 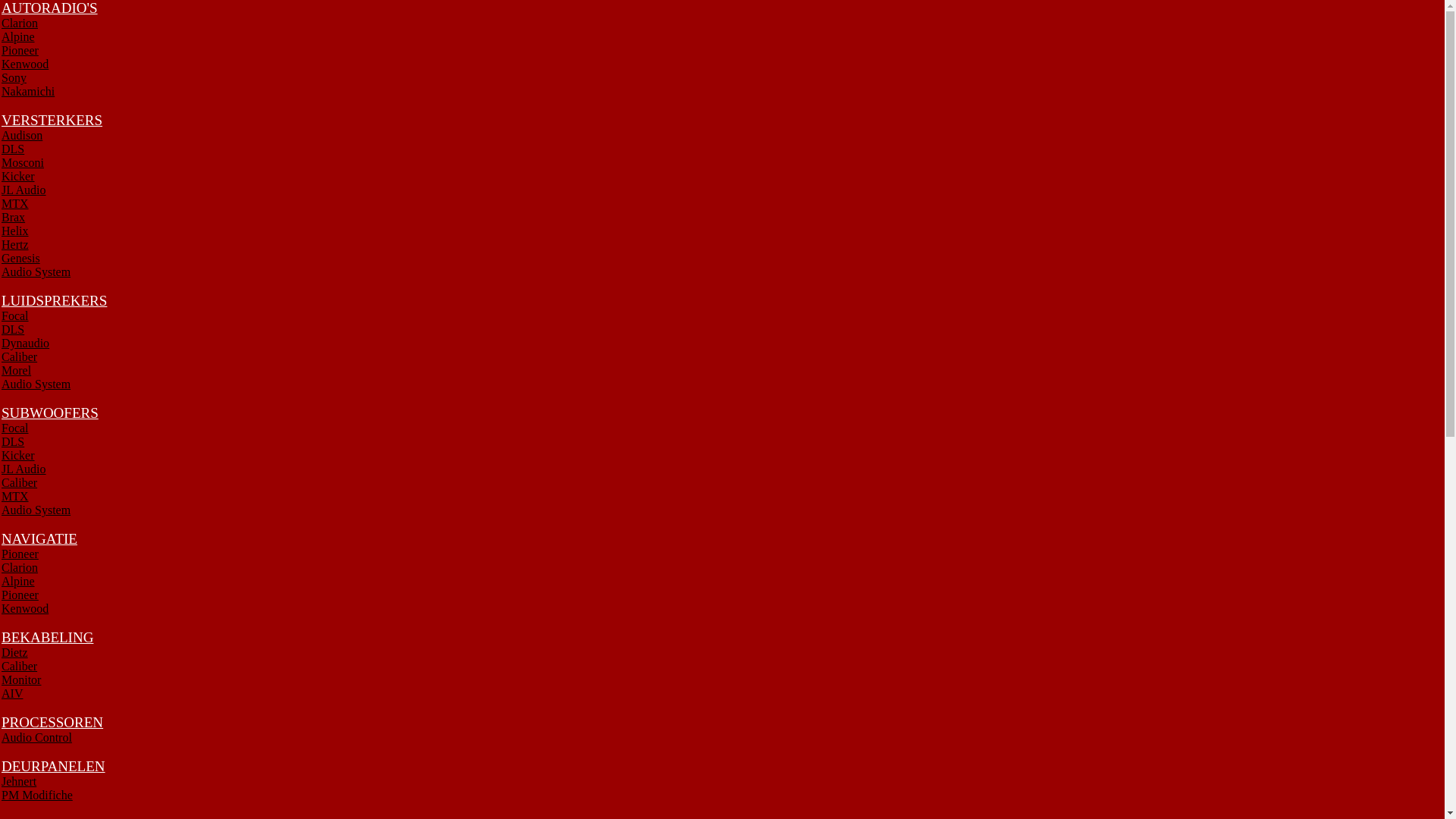 I want to click on 'Clarion', so click(x=19, y=23).